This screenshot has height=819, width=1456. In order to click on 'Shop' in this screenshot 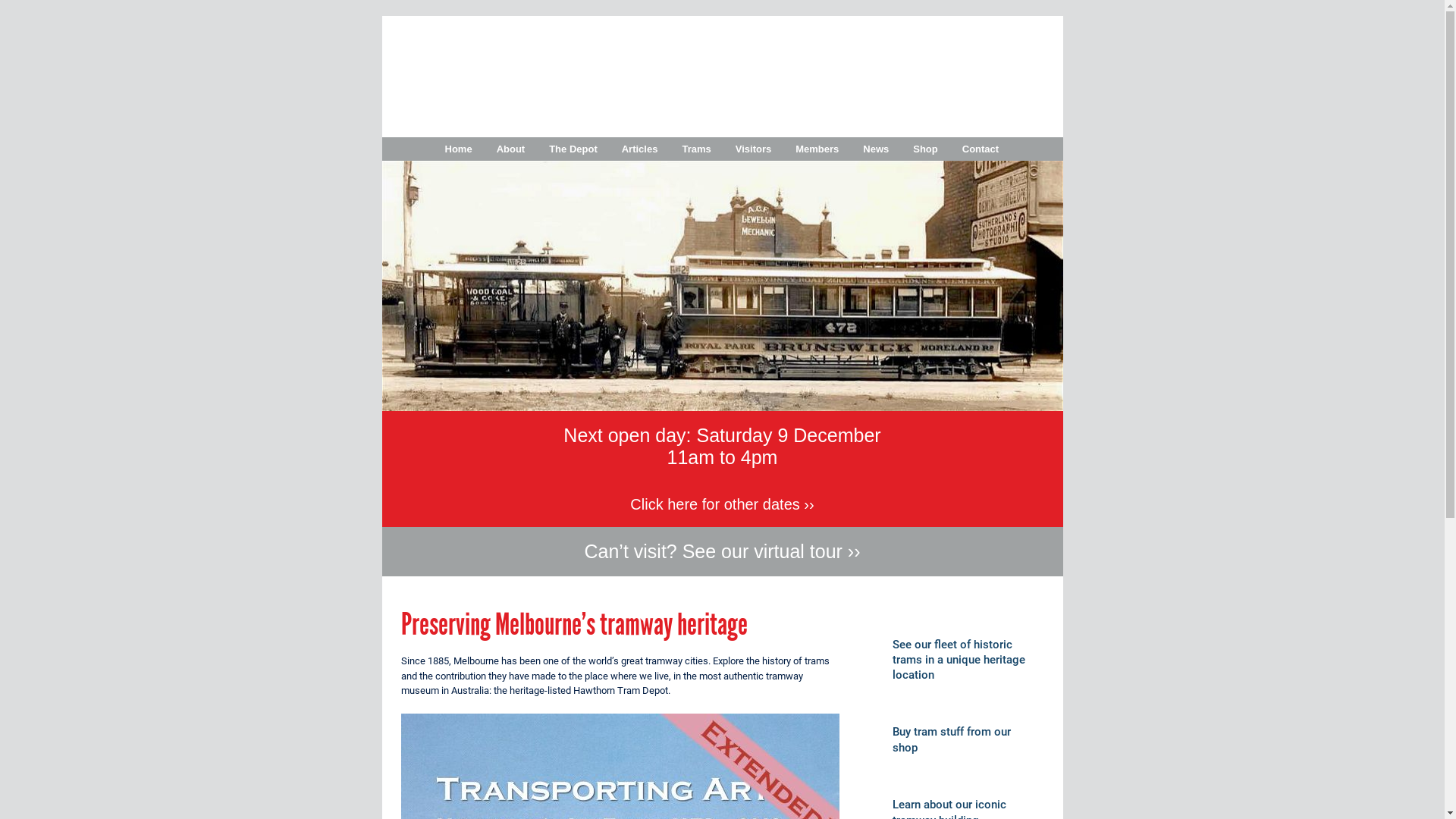, I will do `click(902, 149)`.